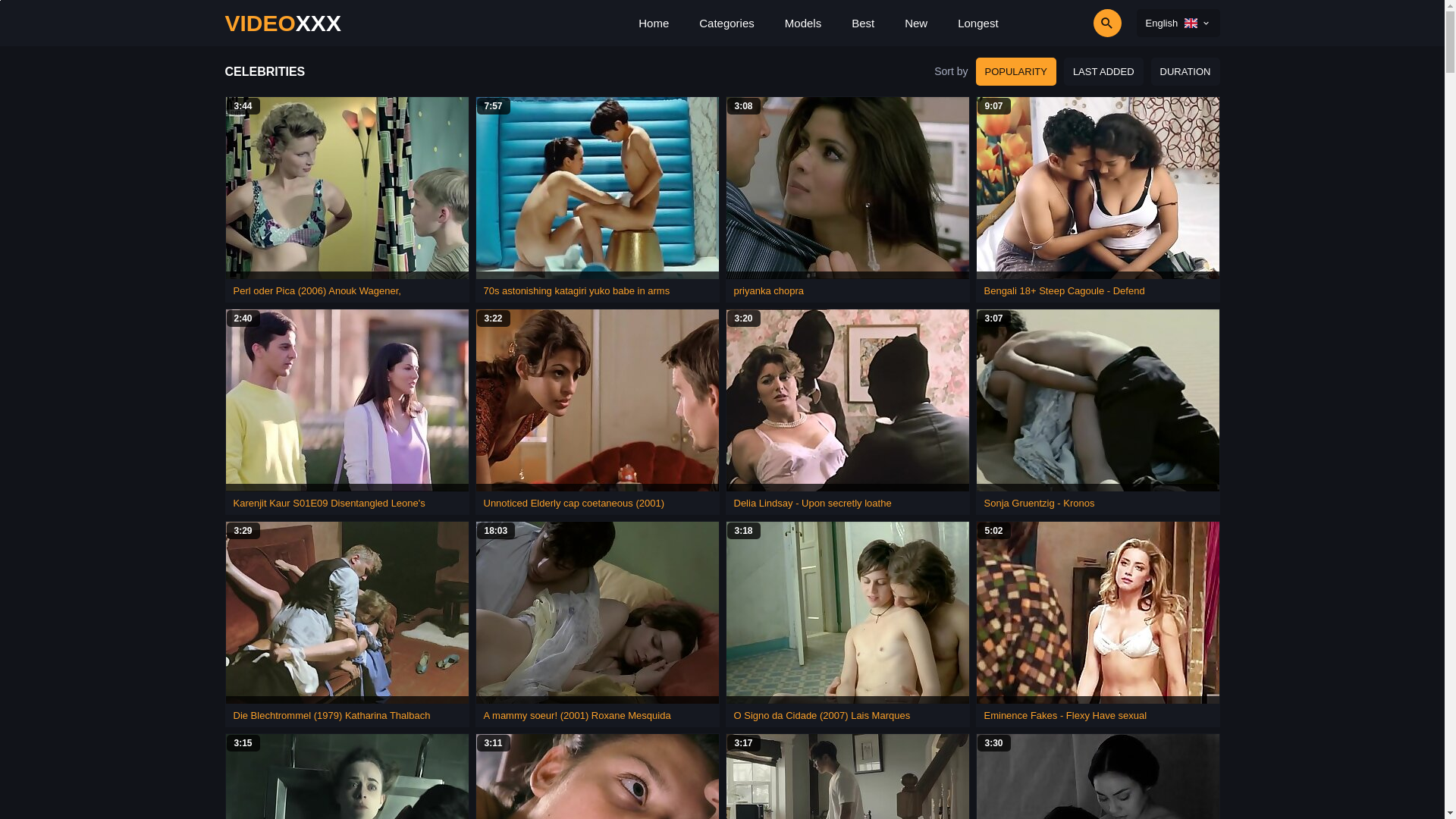  What do you see at coordinates (1062, 71) in the screenshot?
I see `'LAST ADDED'` at bounding box center [1062, 71].